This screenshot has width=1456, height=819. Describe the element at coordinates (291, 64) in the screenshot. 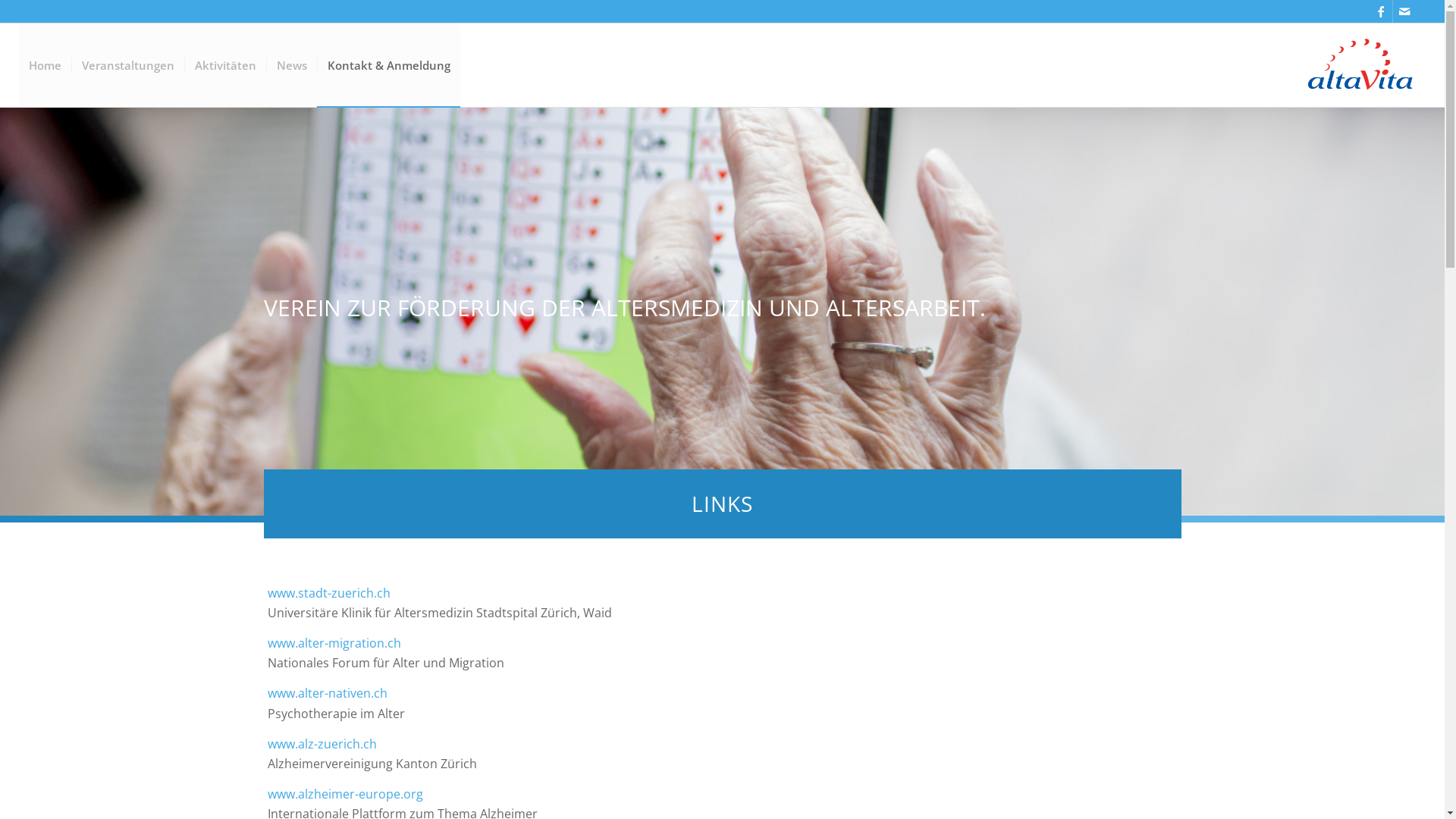

I see `'News'` at that location.